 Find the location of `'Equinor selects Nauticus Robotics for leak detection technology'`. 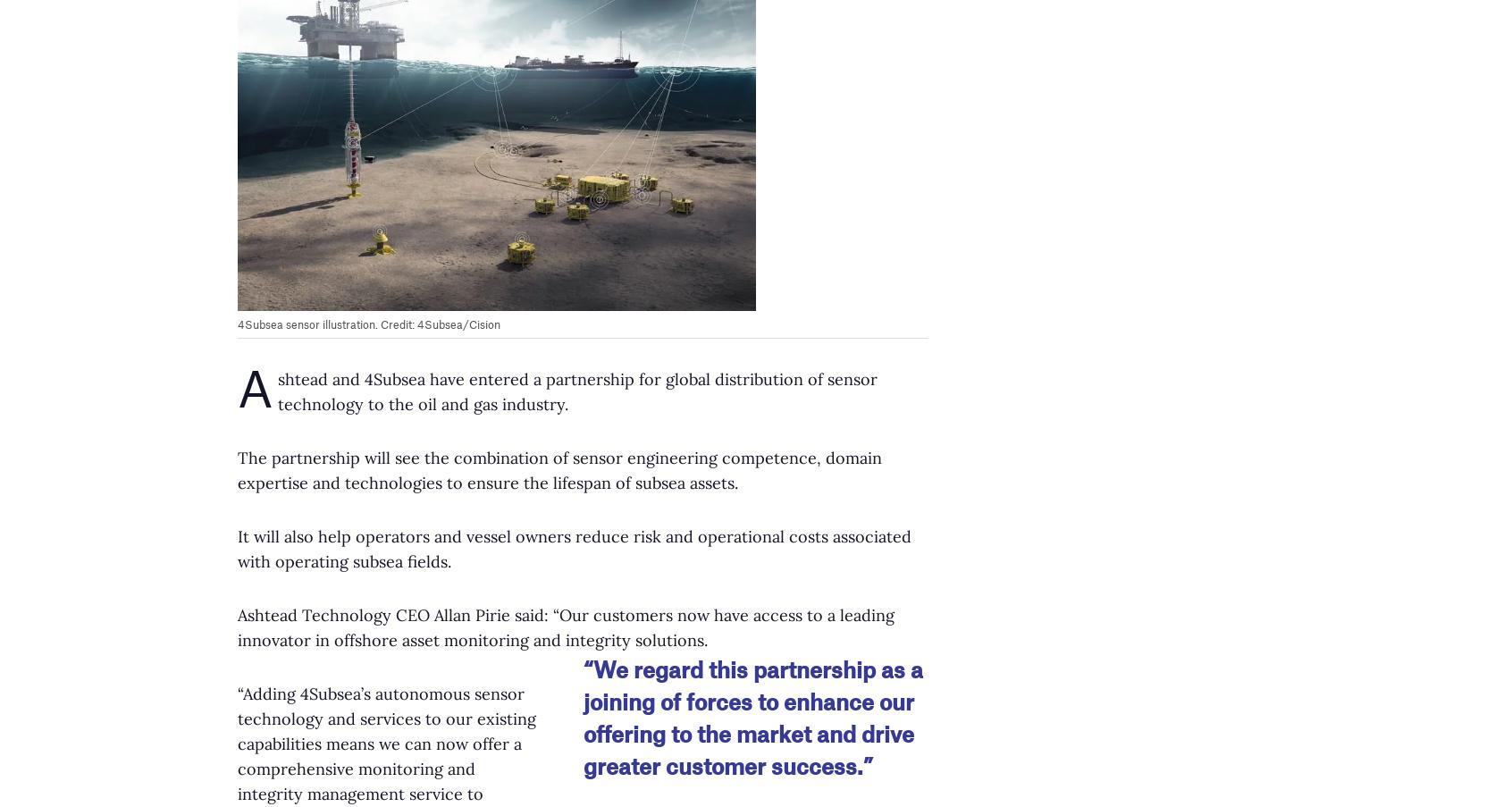

'Equinor selects Nauticus Robotics for leak detection technology' is located at coordinates (585, 679).